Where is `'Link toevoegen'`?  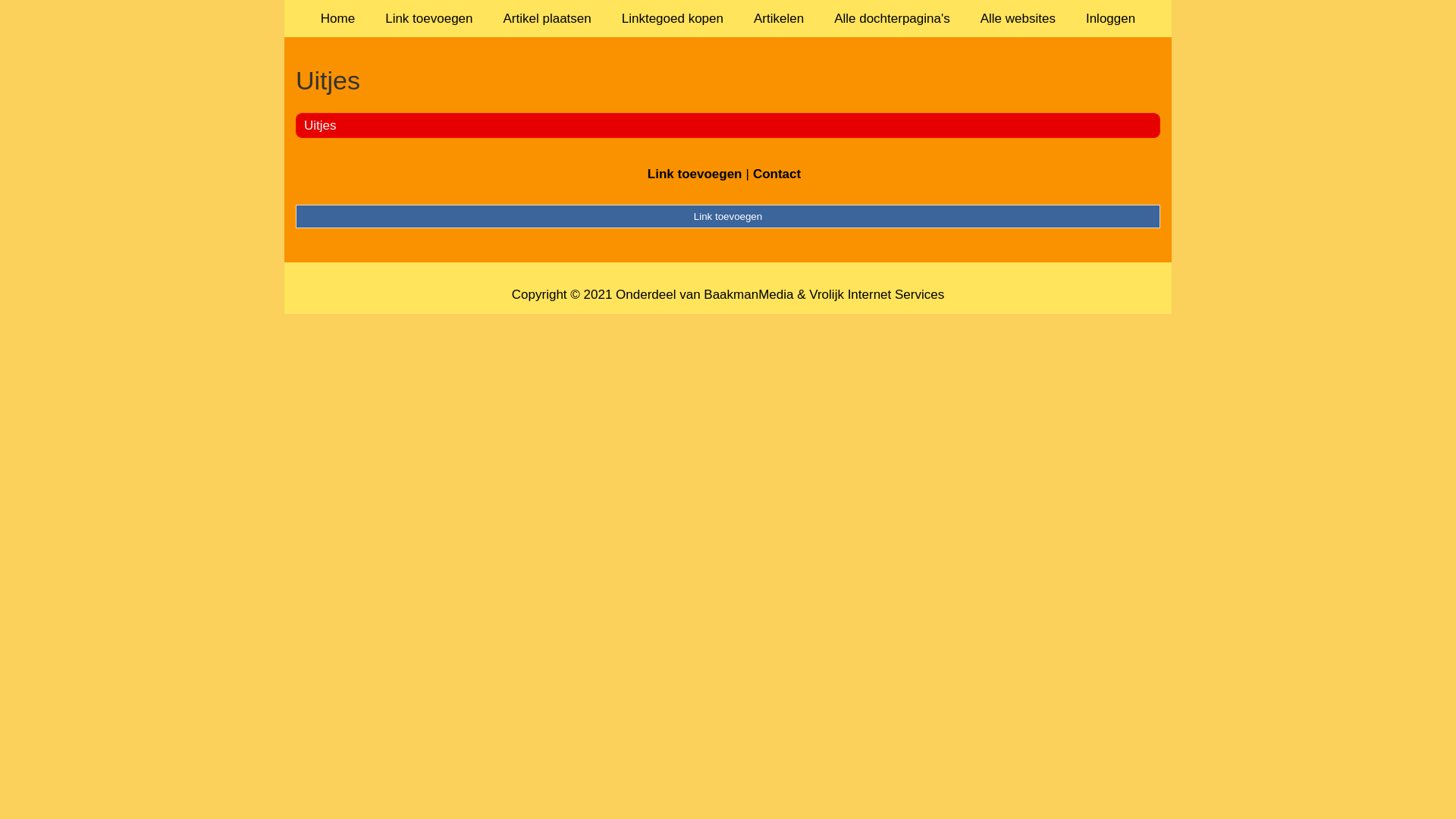
'Link toevoegen' is located at coordinates (694, 173).